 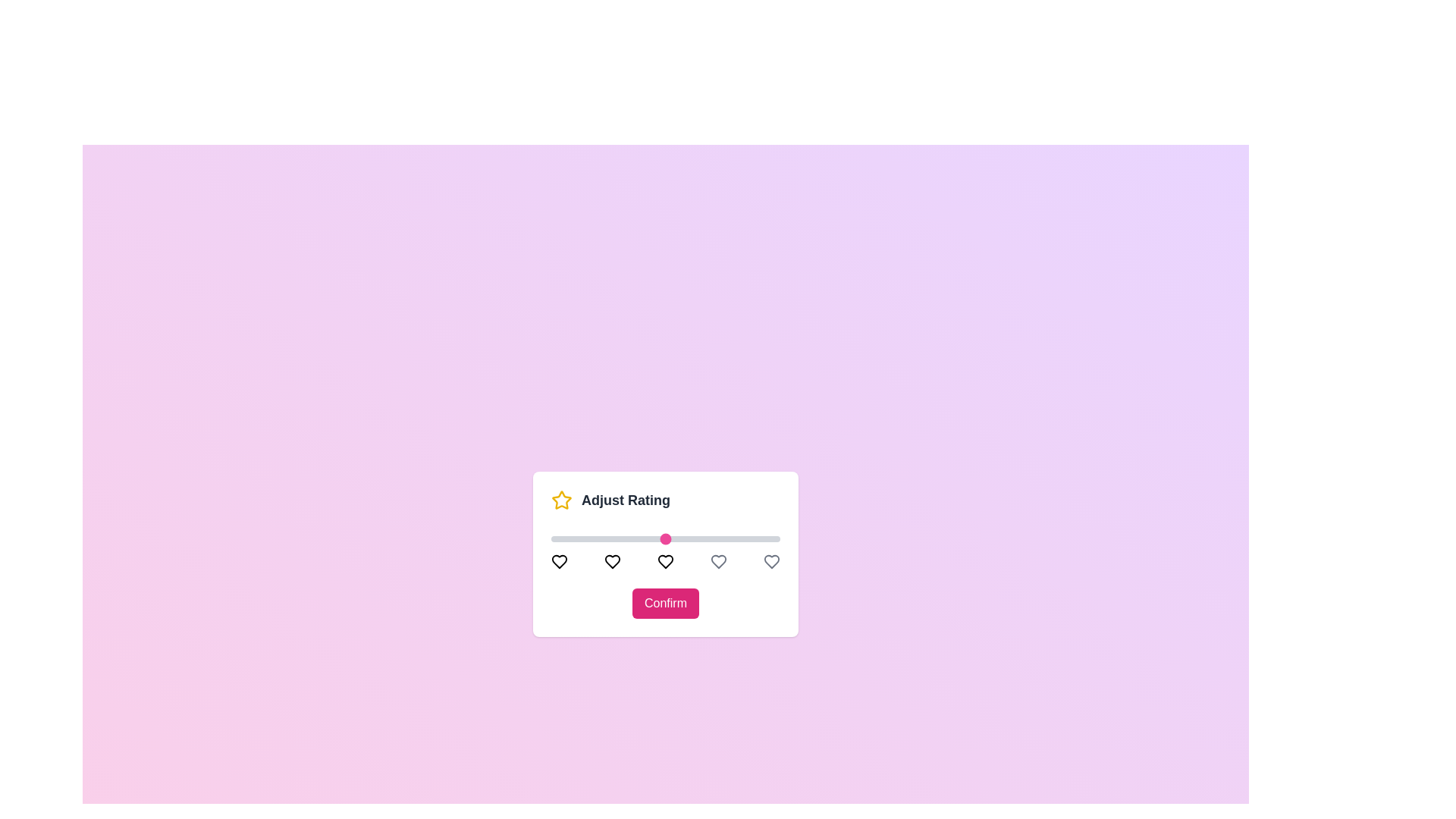 What do you see at coordinates (550, 538) in the screenshot?
I see `the slider to set the rating to 1` at bounding box center [550, 538].